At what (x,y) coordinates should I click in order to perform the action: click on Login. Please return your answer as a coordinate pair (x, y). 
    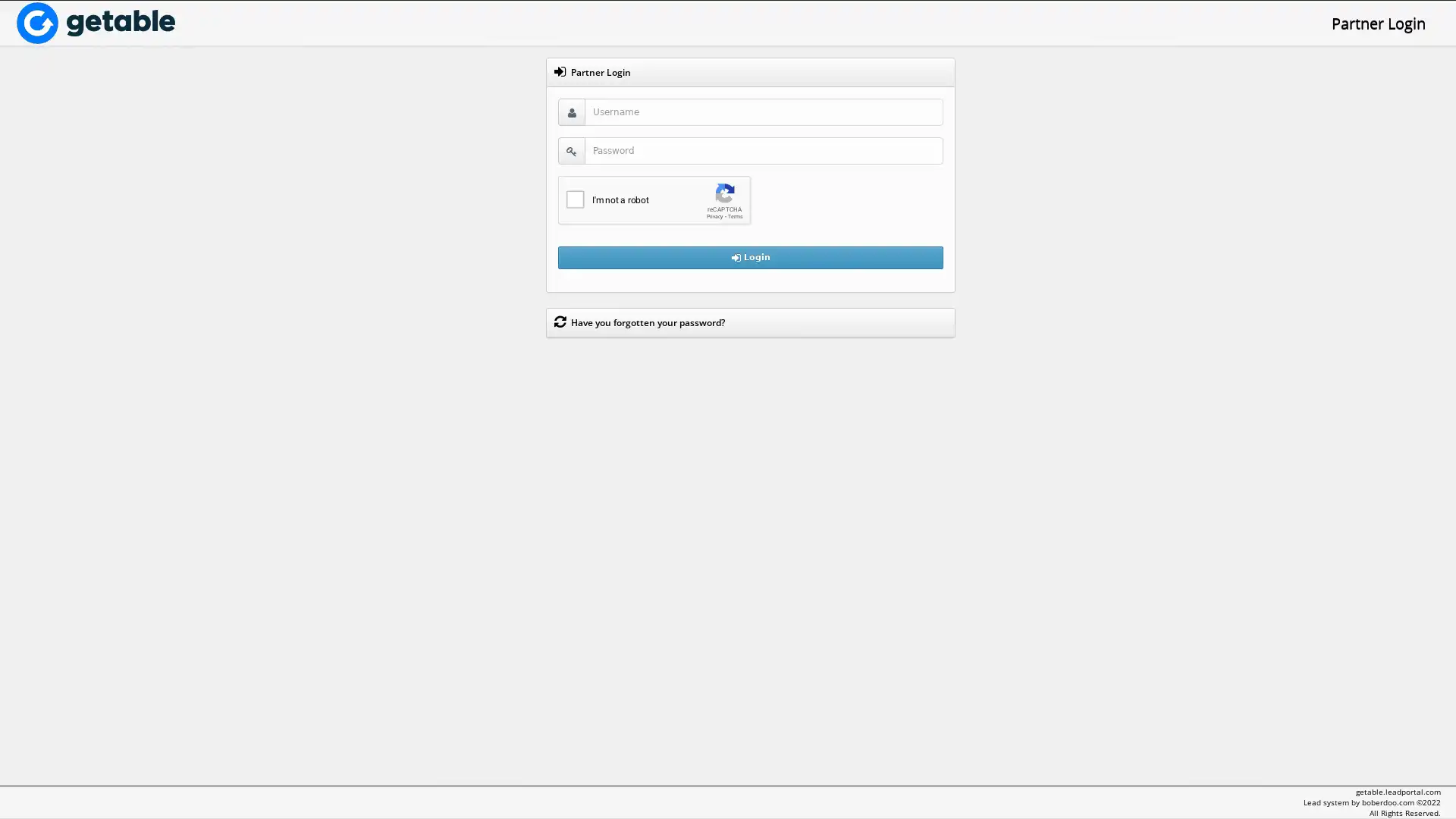
    Looking at the image, I should click on (750, 256).